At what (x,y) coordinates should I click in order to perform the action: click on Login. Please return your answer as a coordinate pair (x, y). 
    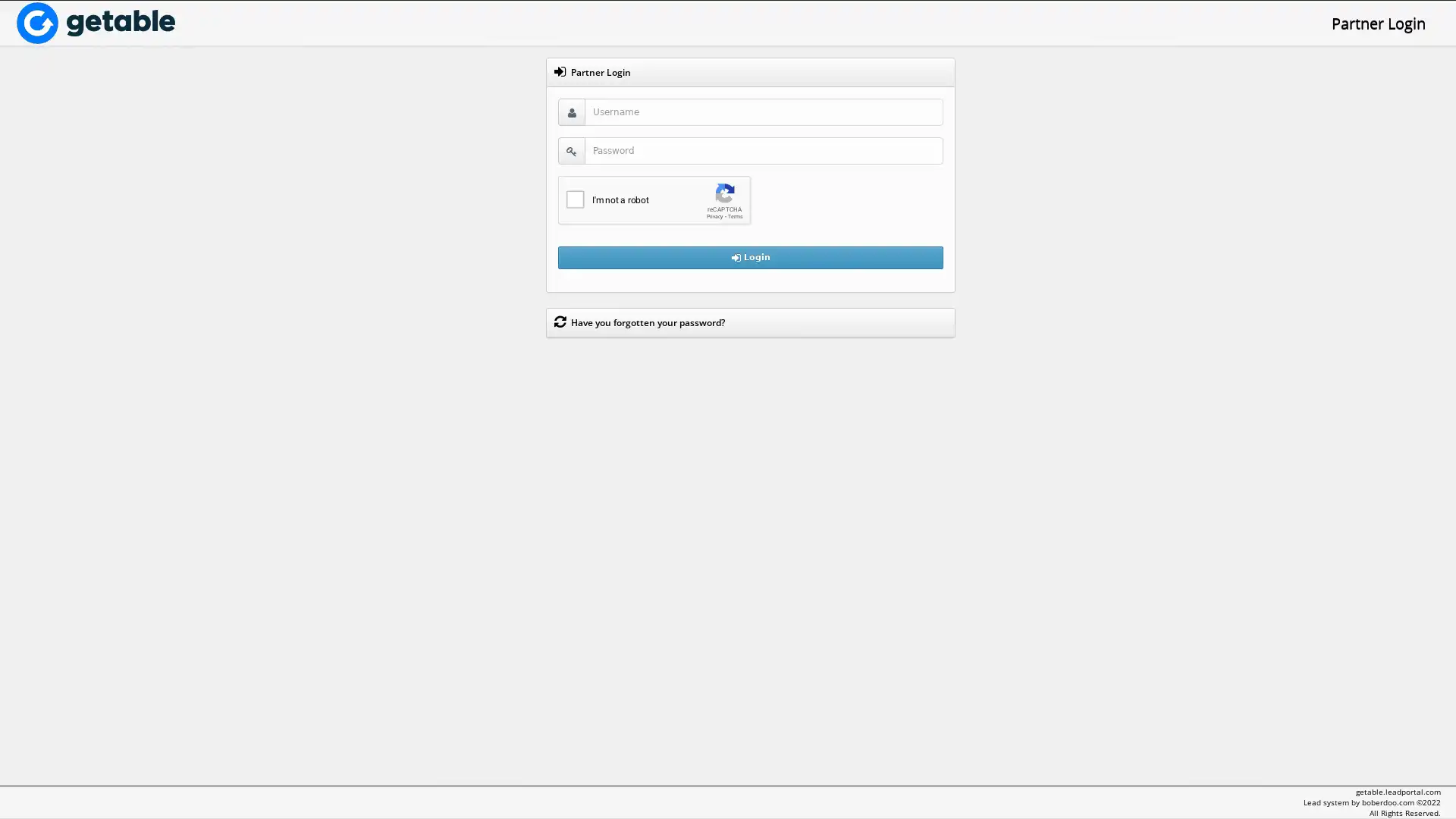
    Looking at the image, I should click on (750, 256).